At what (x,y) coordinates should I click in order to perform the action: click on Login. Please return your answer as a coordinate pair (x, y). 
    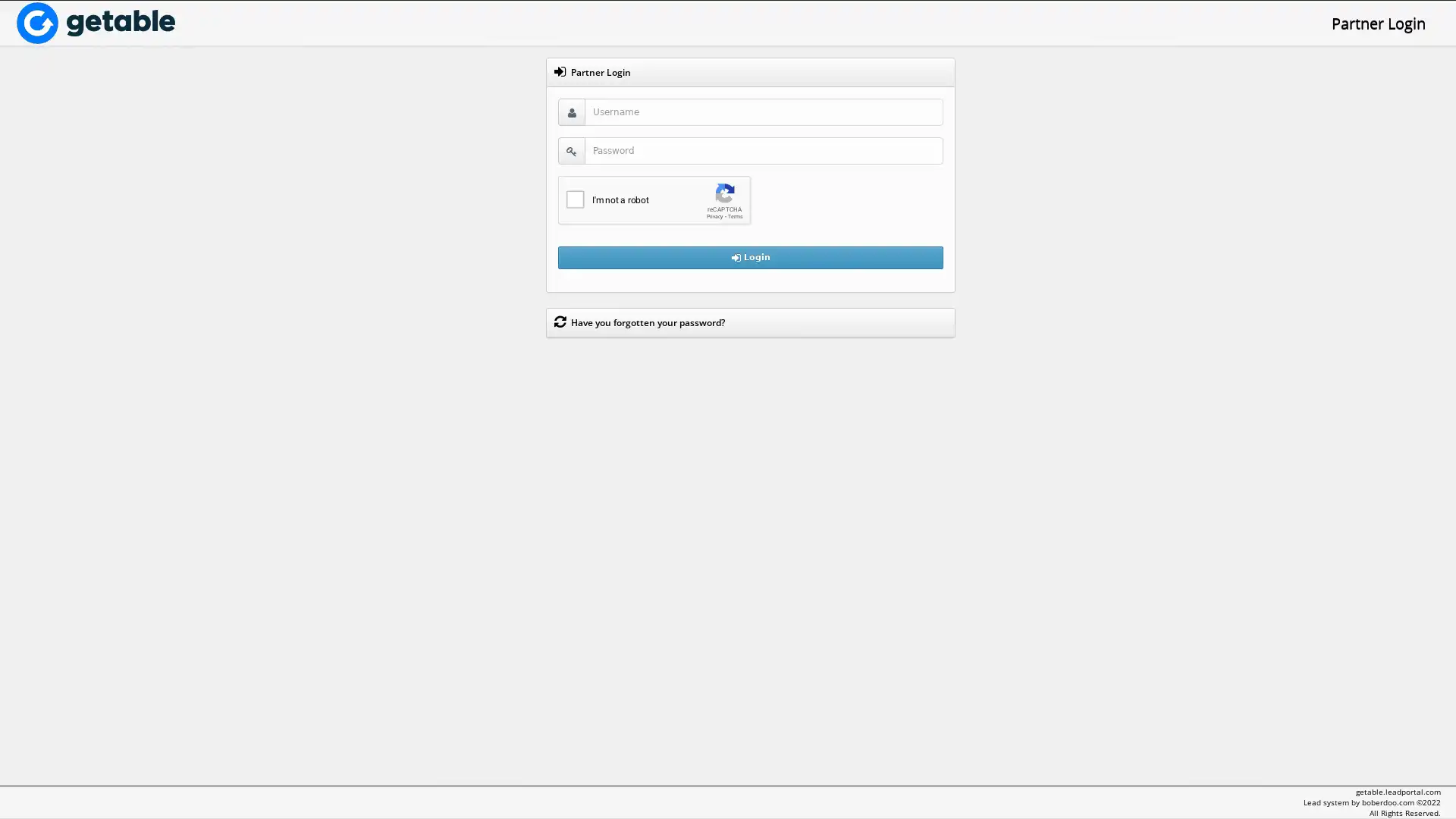
    Looking at the image, I should click on (750, 256).